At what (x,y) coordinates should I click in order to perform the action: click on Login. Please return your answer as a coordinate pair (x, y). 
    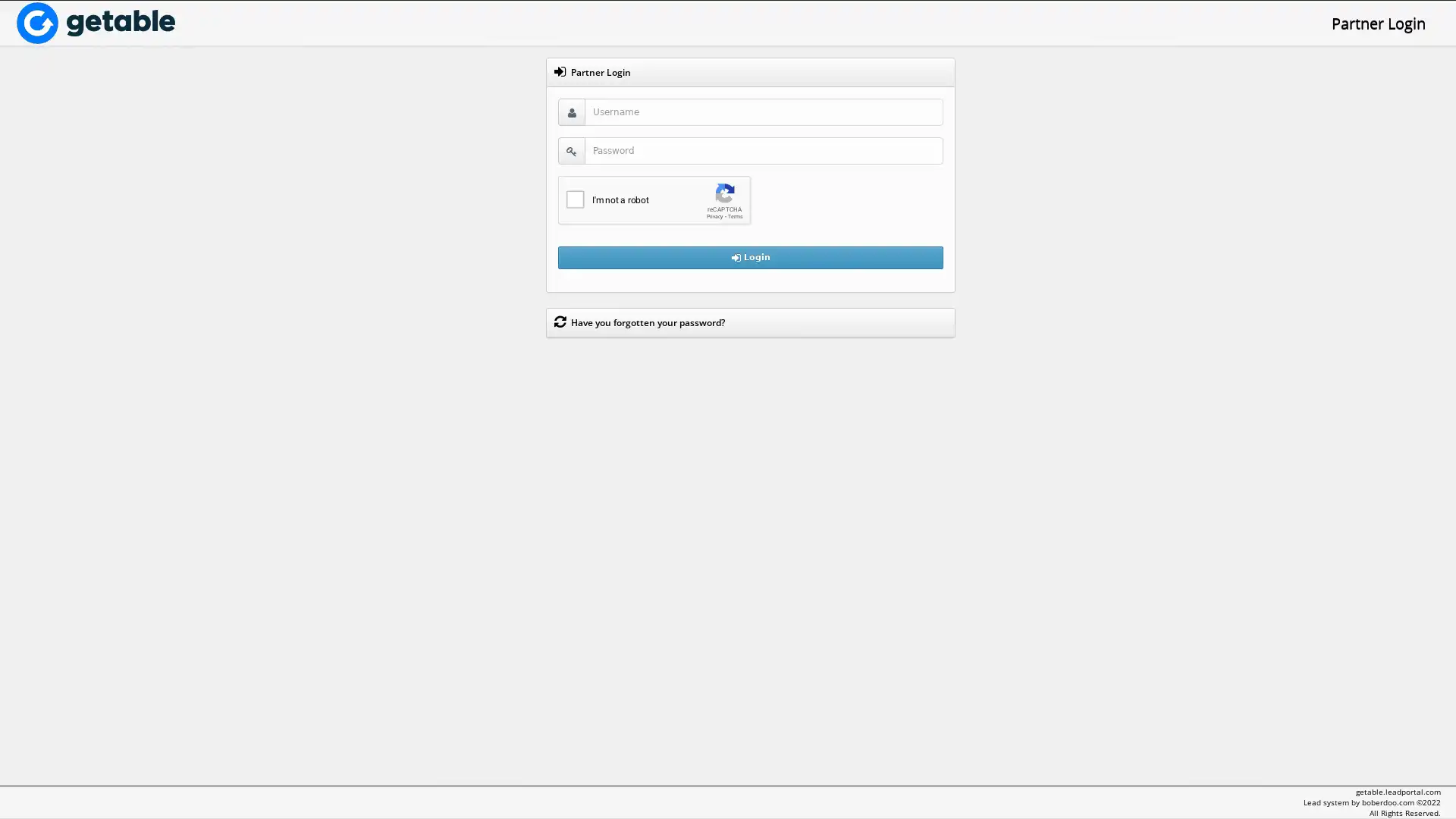
    Looking at the image, I should click on (750, 256).